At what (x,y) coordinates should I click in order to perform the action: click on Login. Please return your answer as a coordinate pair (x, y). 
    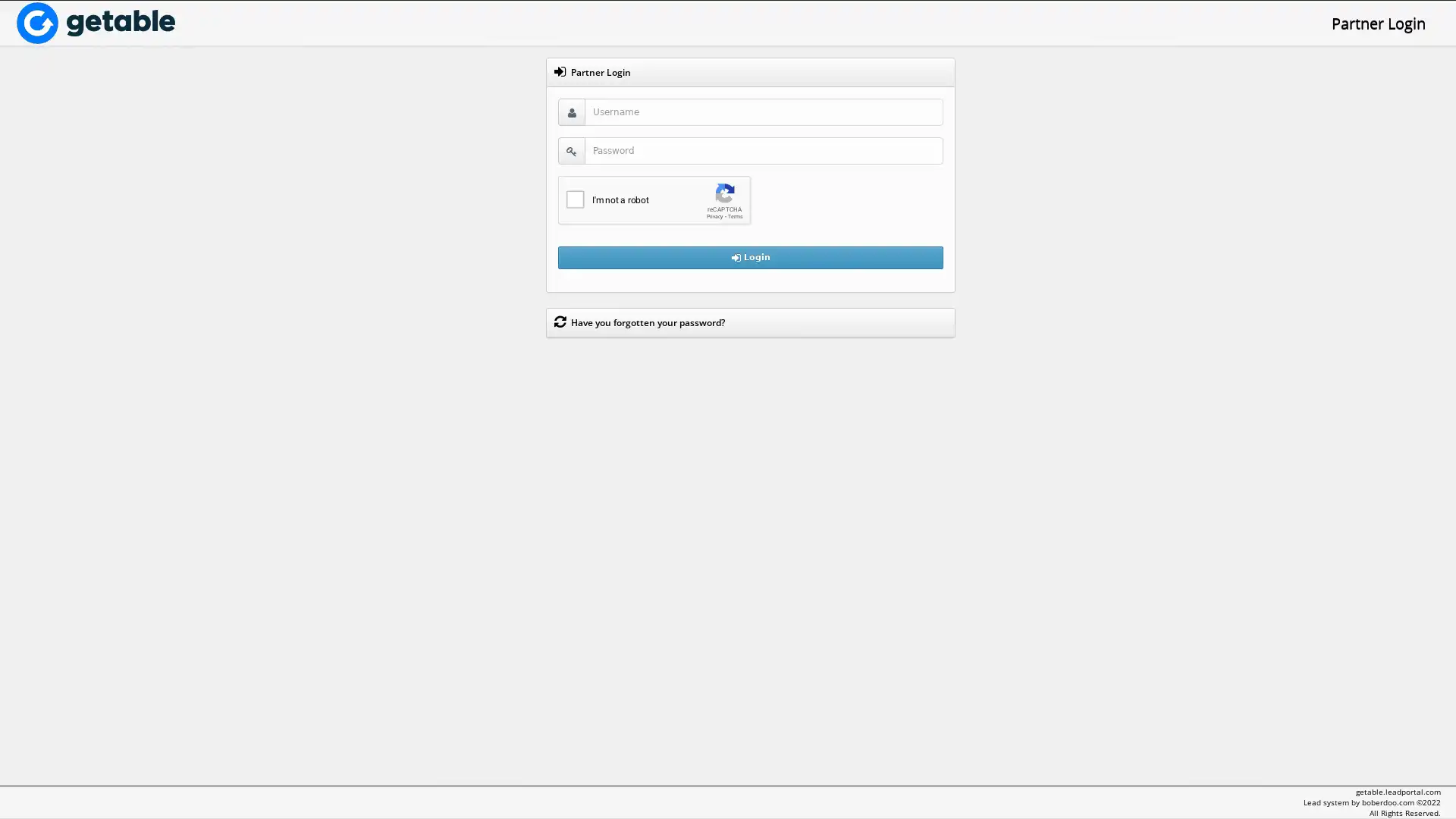
    Looking at the image, I should click on (750, 256).